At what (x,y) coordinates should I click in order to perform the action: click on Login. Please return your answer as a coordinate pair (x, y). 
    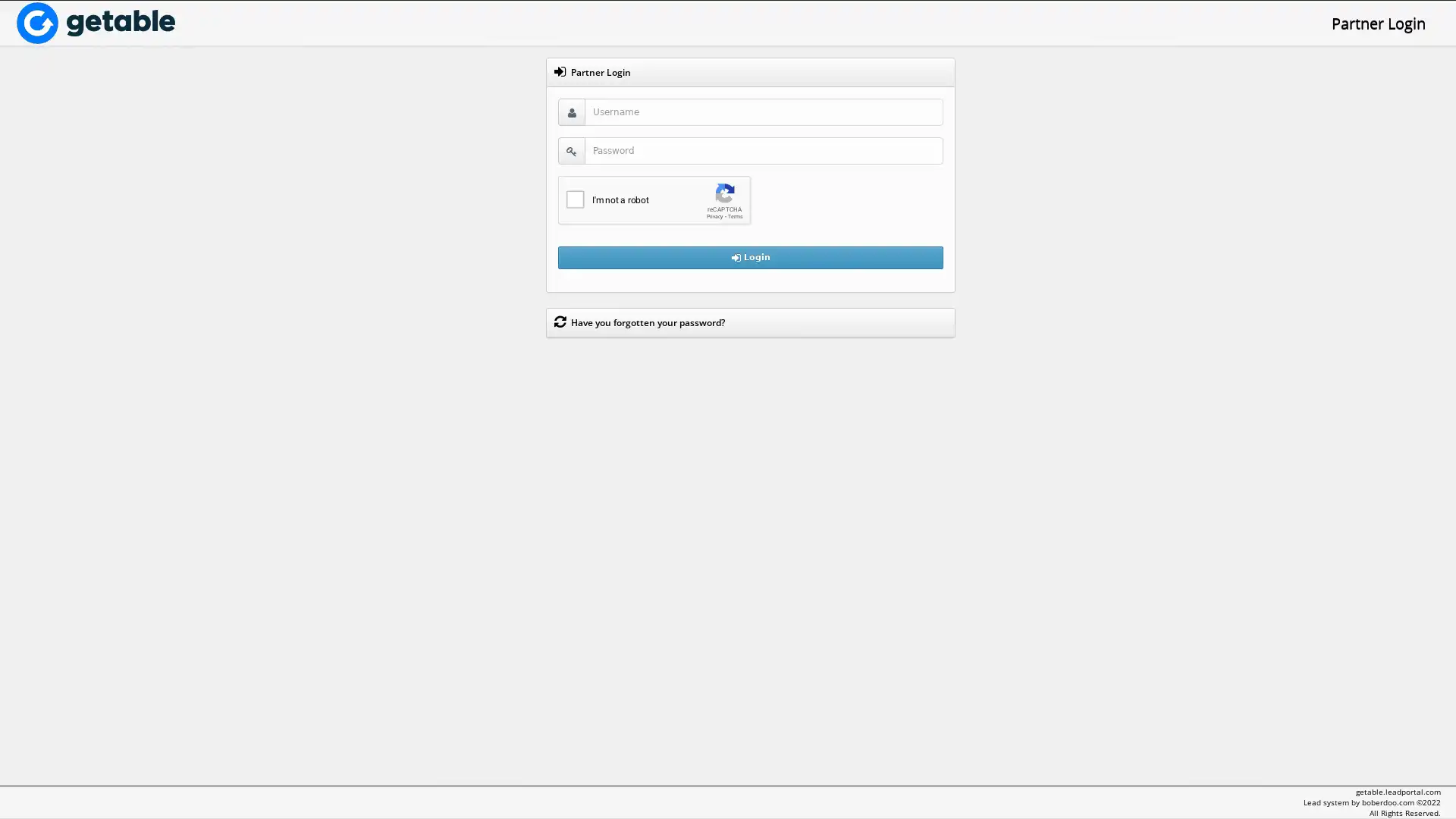
    Looking at the image, I should click on (750, 256).